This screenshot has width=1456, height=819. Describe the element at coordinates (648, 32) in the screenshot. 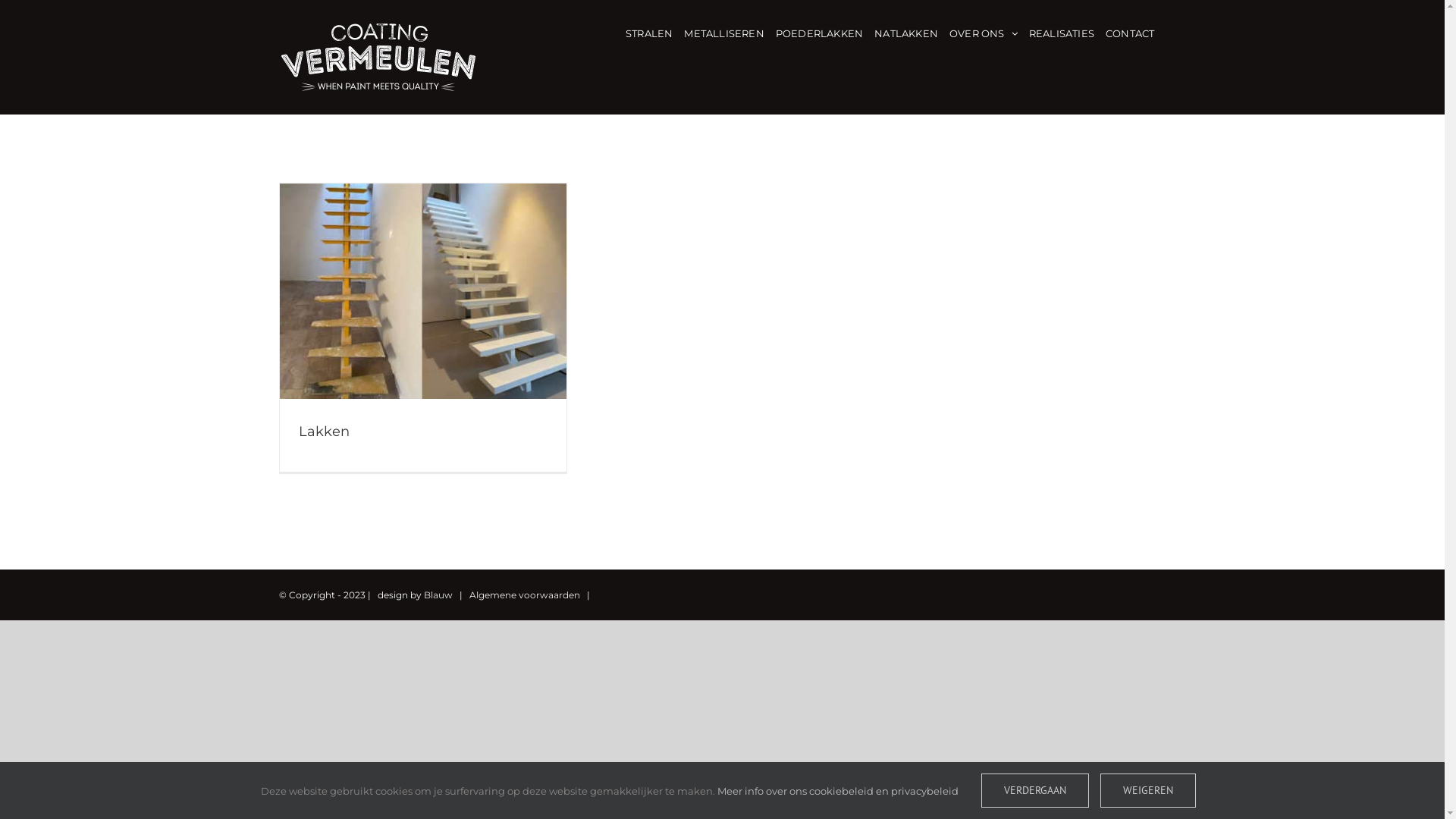

I see `'STRALEN'` at that location.